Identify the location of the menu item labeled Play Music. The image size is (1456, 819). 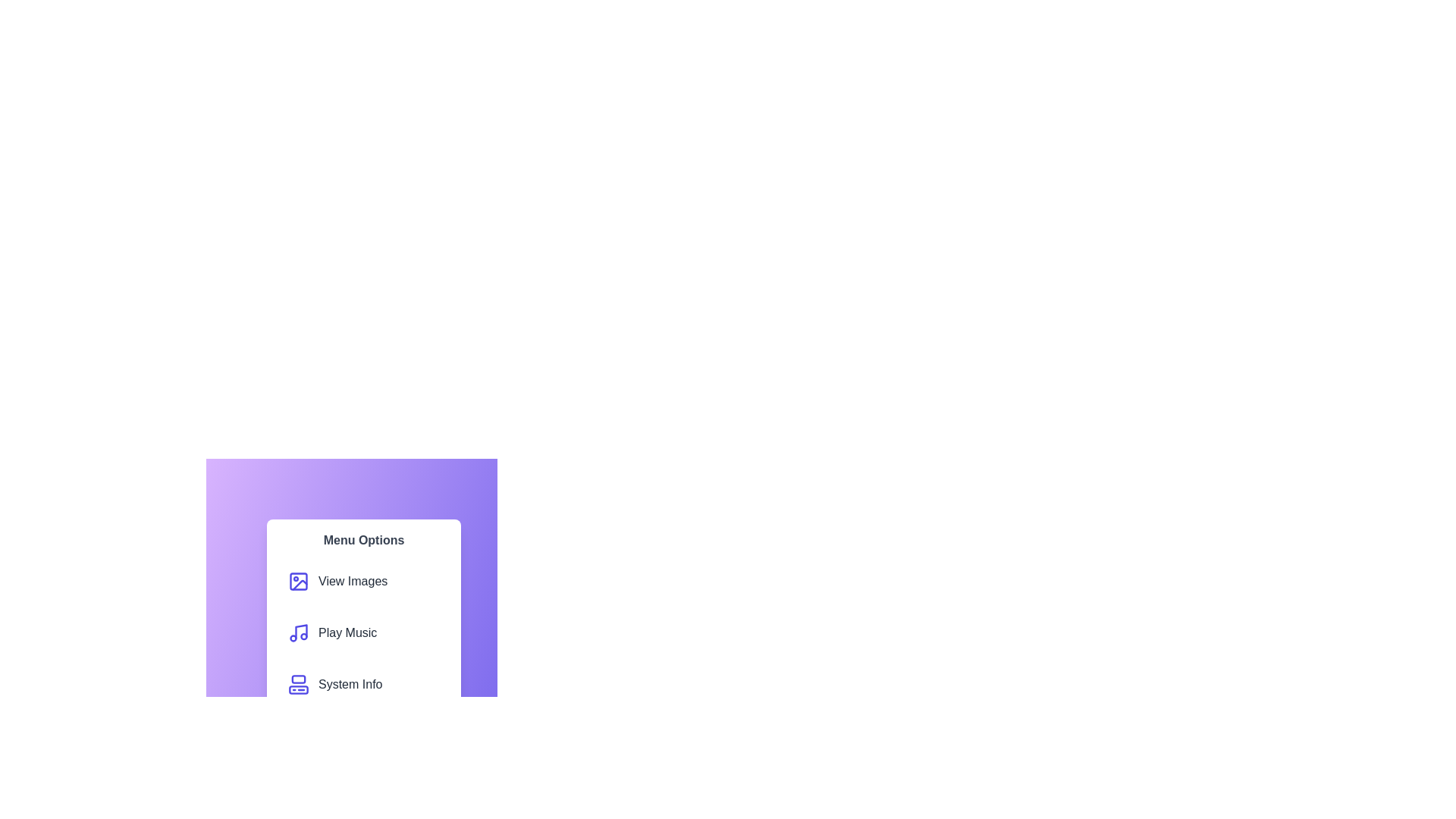
(364, 632).